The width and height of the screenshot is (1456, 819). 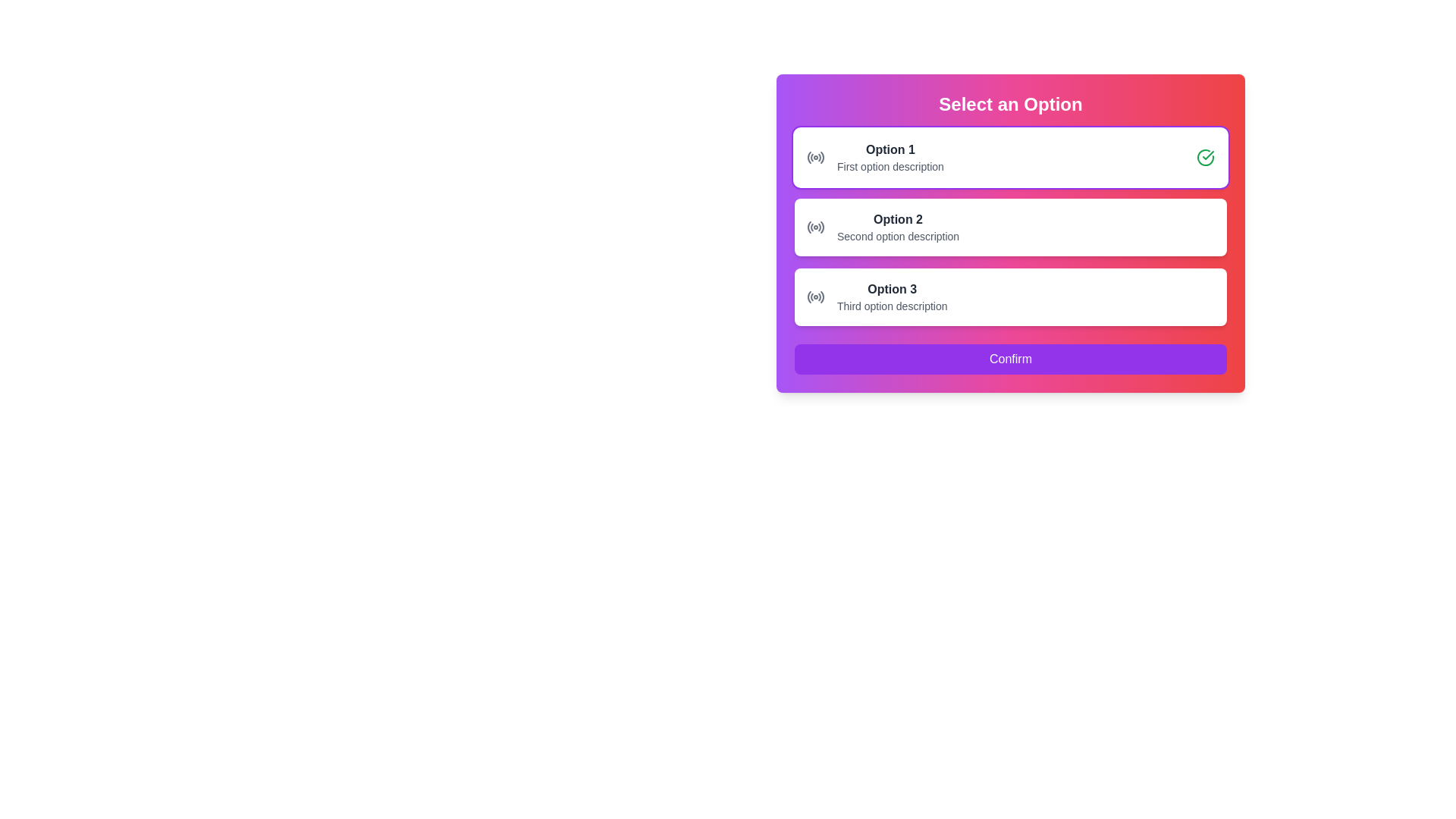 I want to click on the 'Option 2' text label, which is a bold dark gray title positioned above its descriptive text in the 'Options' section, so click(x=898, y=219).